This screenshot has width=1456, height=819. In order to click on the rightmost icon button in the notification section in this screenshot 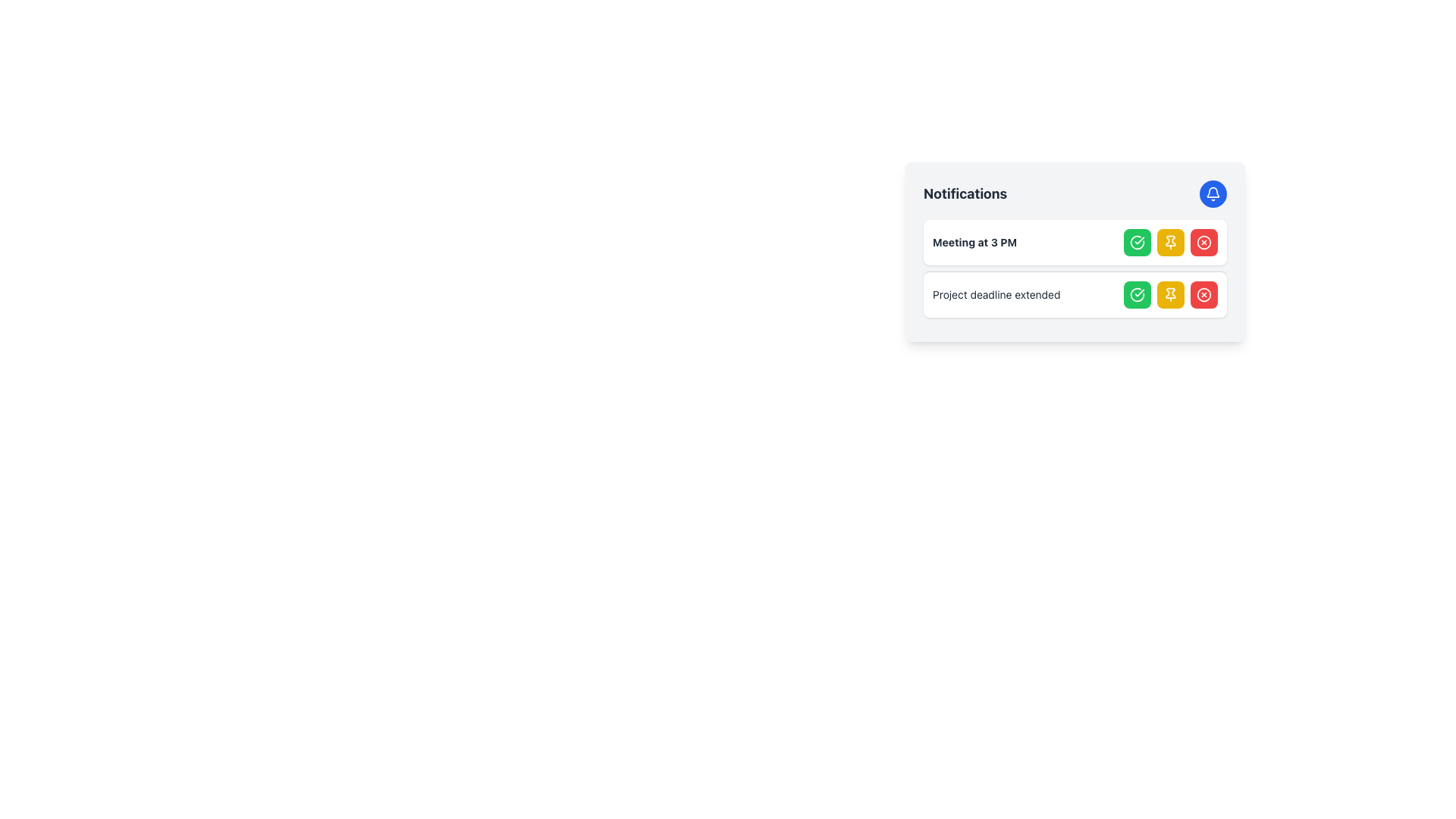, I will do `click(1203, 295)`.